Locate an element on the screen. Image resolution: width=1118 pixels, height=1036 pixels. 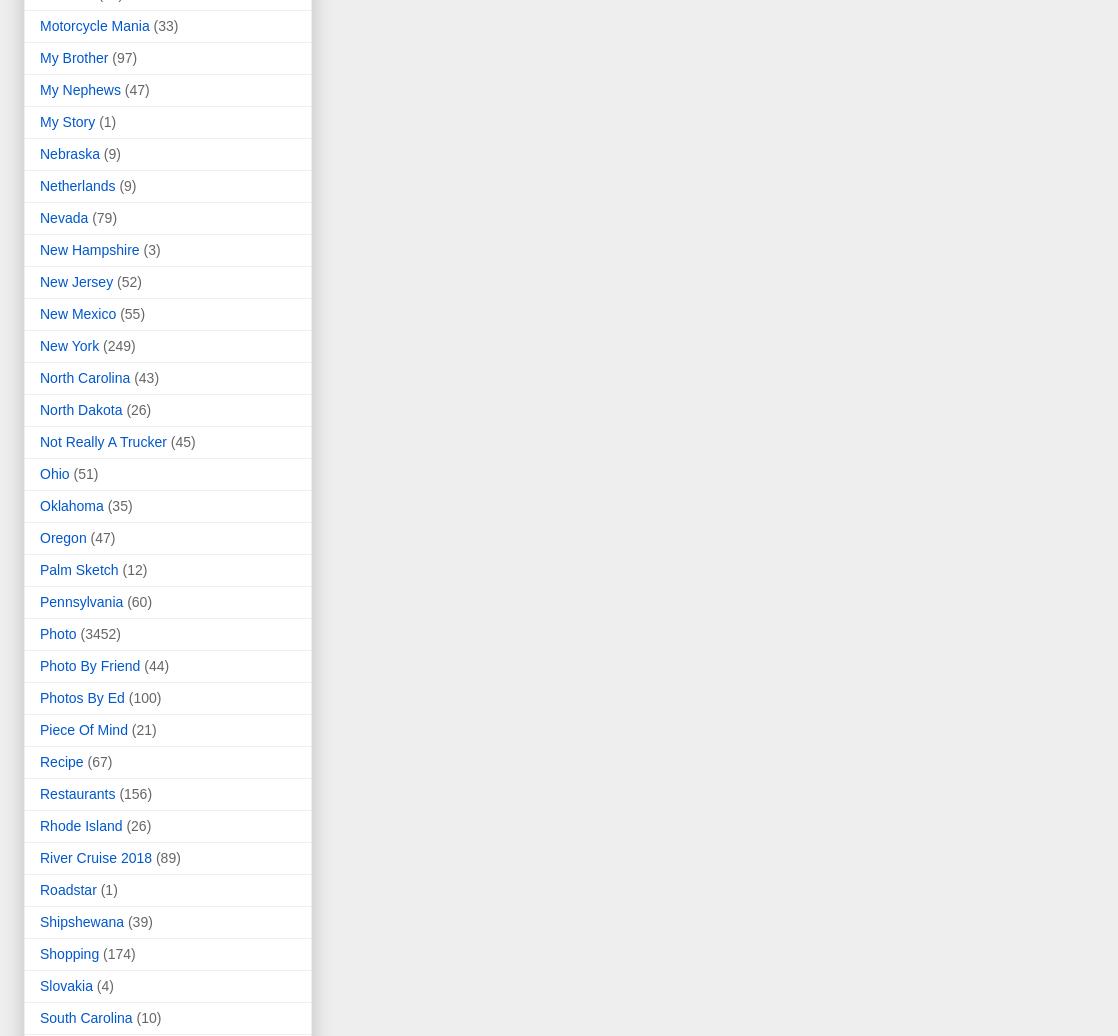
'Netherlands' is located at coordinates (40, 185).